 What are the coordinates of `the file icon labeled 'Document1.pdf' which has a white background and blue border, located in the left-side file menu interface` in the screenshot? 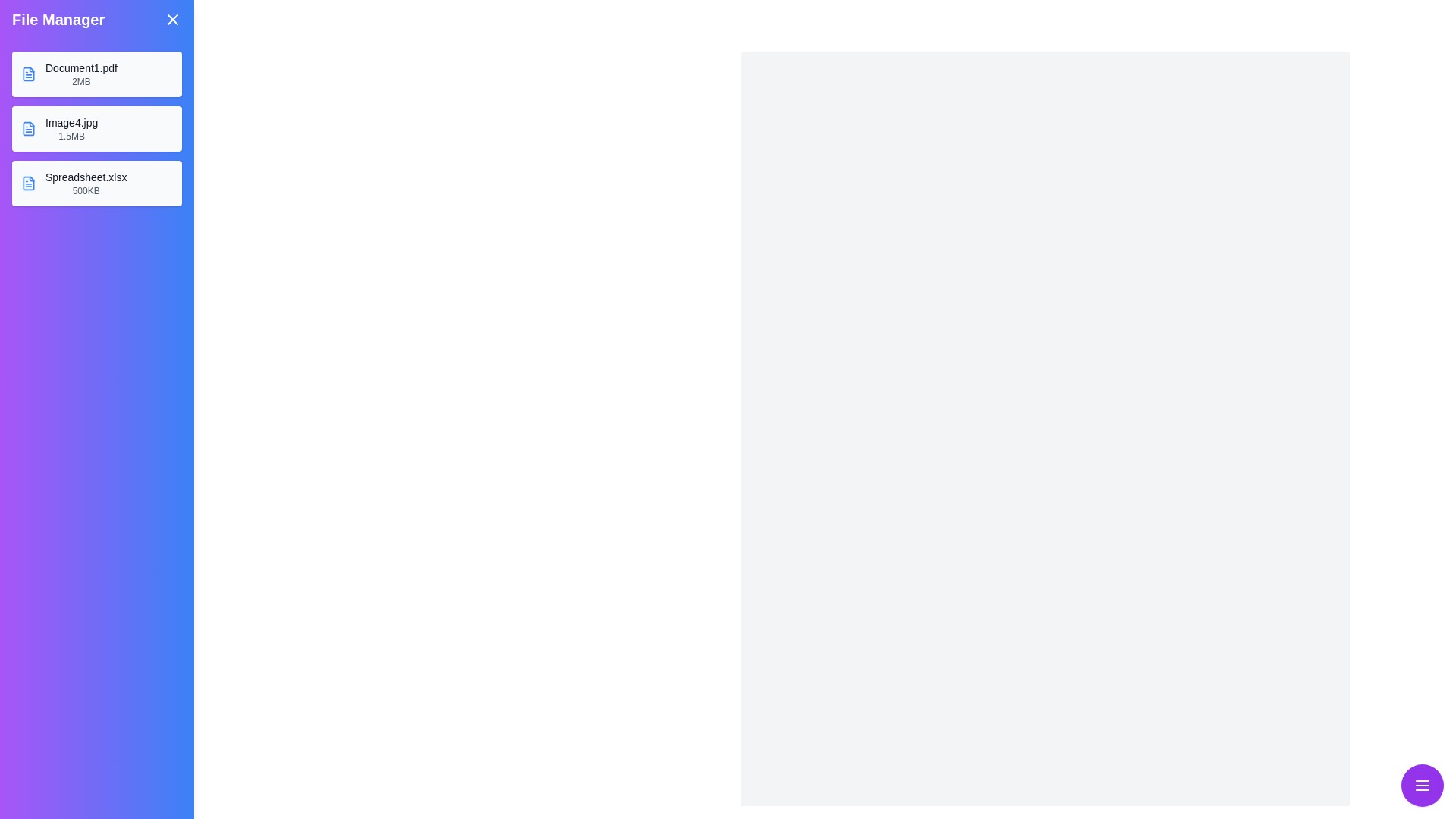 It's located at (29, 74).